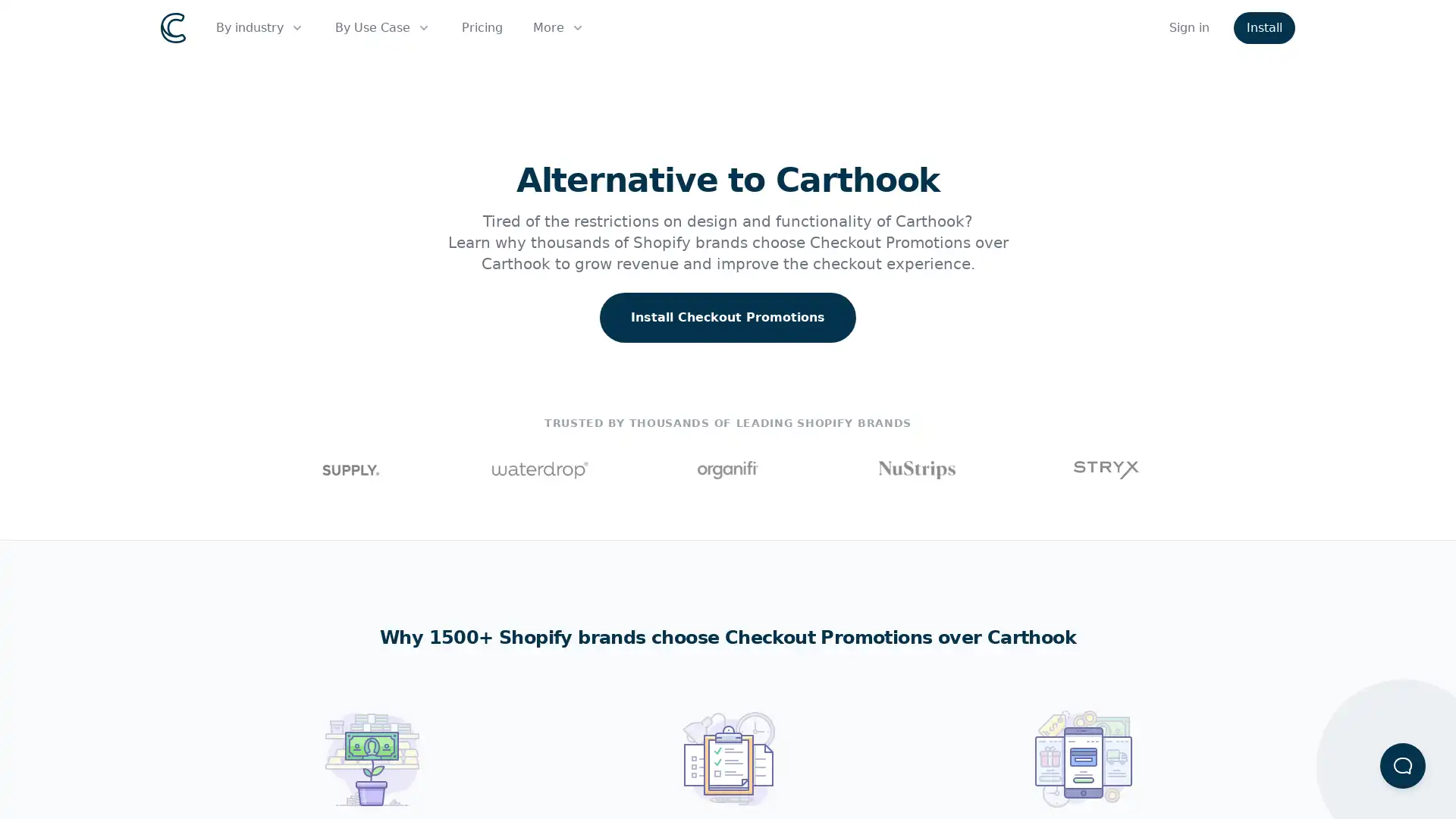  Describe the element at coordinates (383, 28) in the screenshot. I see `By Use Case` at that location.